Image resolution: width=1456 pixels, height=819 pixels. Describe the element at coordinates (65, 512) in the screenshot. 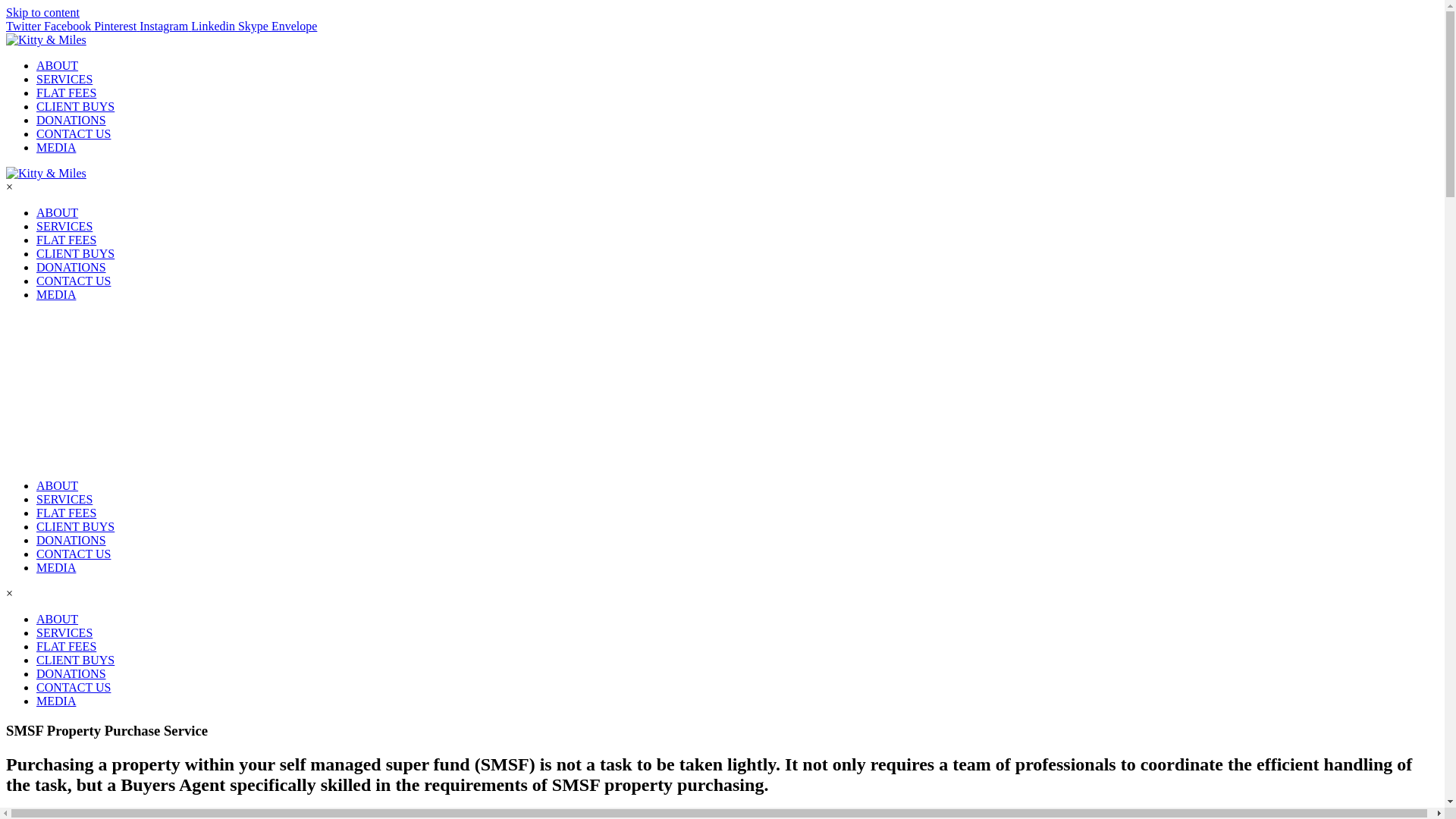

I see `'FLAT FEES'` at that location.